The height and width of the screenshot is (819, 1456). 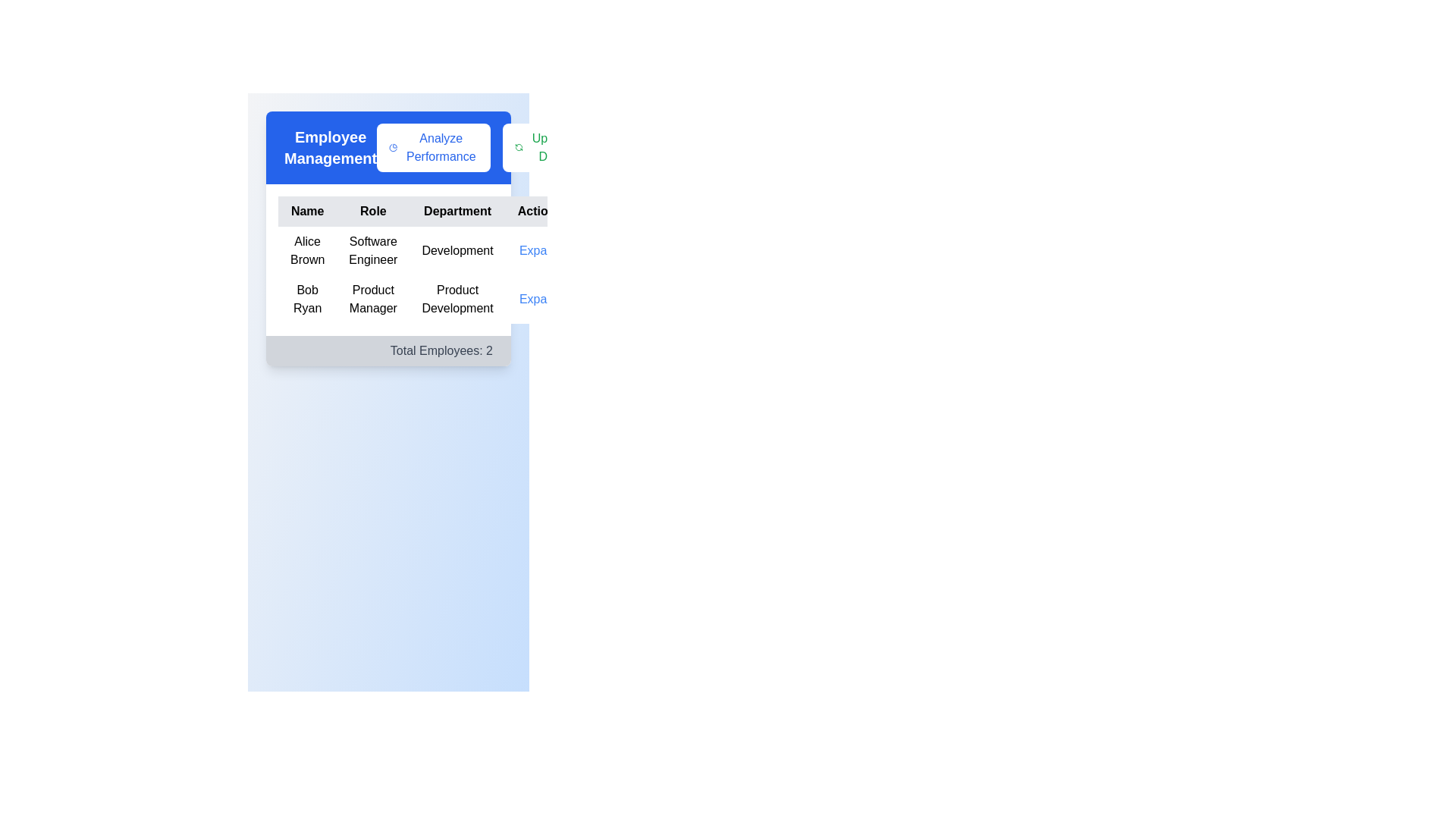 What do you see at coordinates (306, 250) in the screenshot?
I see `the text label displaying 'Alice Brown' located in the upper-left section of the interface, within a white background cell under the 'Name' column of the table` at bounding box center [306, 250].